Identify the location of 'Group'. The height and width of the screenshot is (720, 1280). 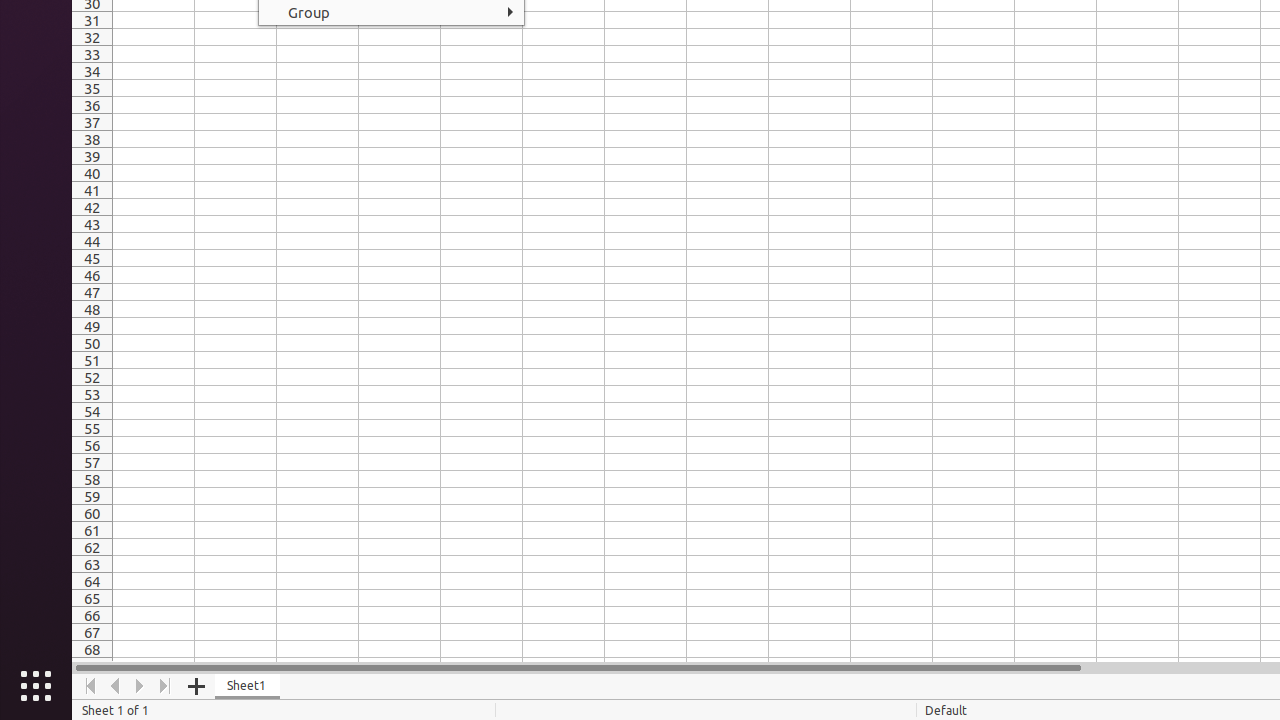
(391, 12).